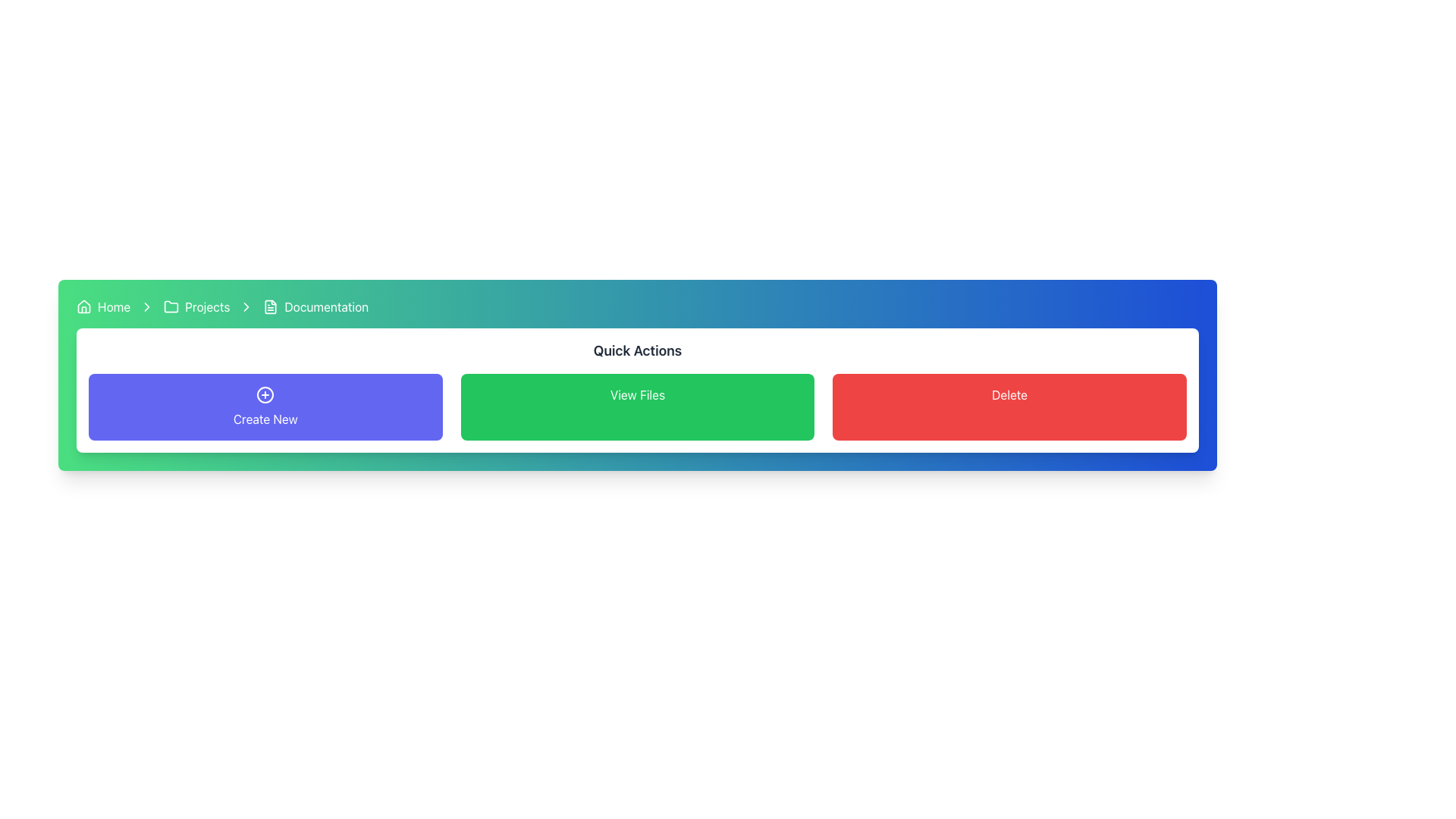  I want to click on the first button in a row of three positioned on the left side, so click(265, 406).